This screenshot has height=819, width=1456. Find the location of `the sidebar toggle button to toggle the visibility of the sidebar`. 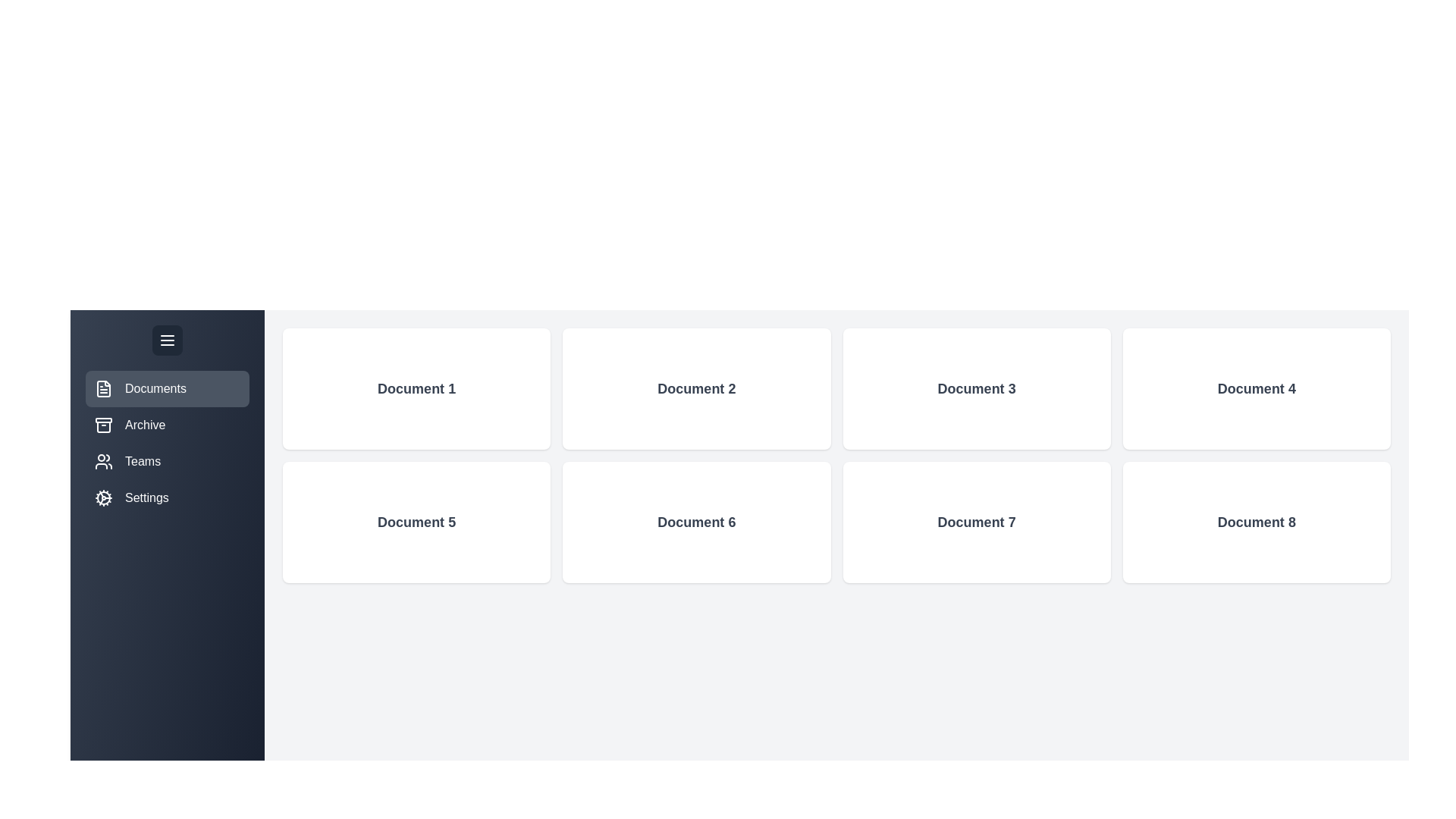

the sidebar toggle button to toggle the visibility of the sidebar is located at coordinates (167, 339).